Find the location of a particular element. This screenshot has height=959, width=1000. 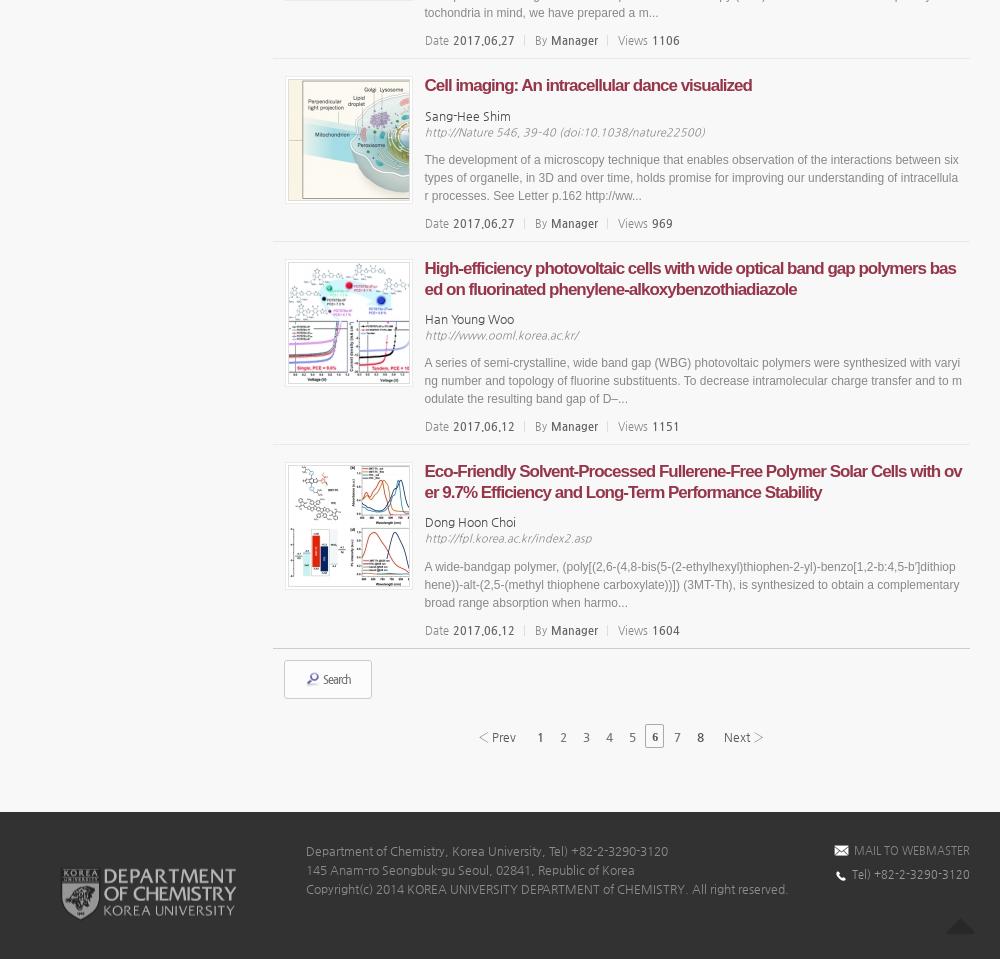

'6' is located at coordinates (654, 735).